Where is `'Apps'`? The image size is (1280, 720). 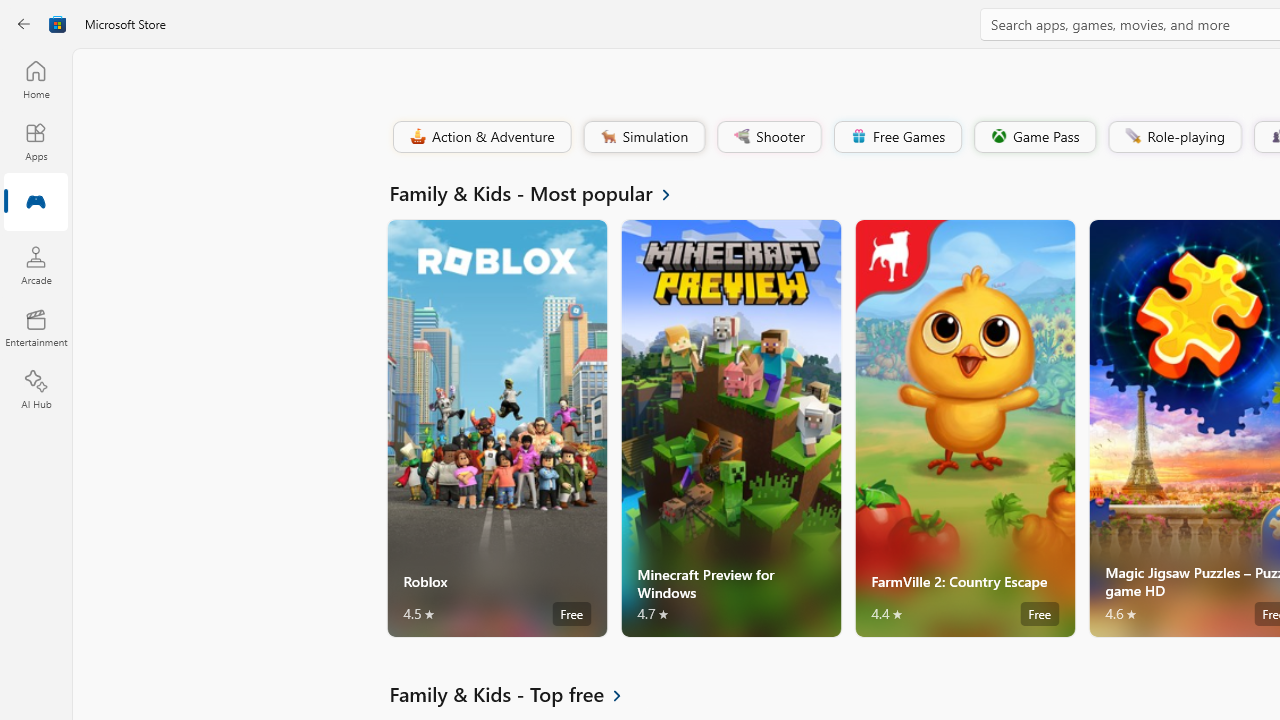 'Apps' is located at coordinates (35, 140).